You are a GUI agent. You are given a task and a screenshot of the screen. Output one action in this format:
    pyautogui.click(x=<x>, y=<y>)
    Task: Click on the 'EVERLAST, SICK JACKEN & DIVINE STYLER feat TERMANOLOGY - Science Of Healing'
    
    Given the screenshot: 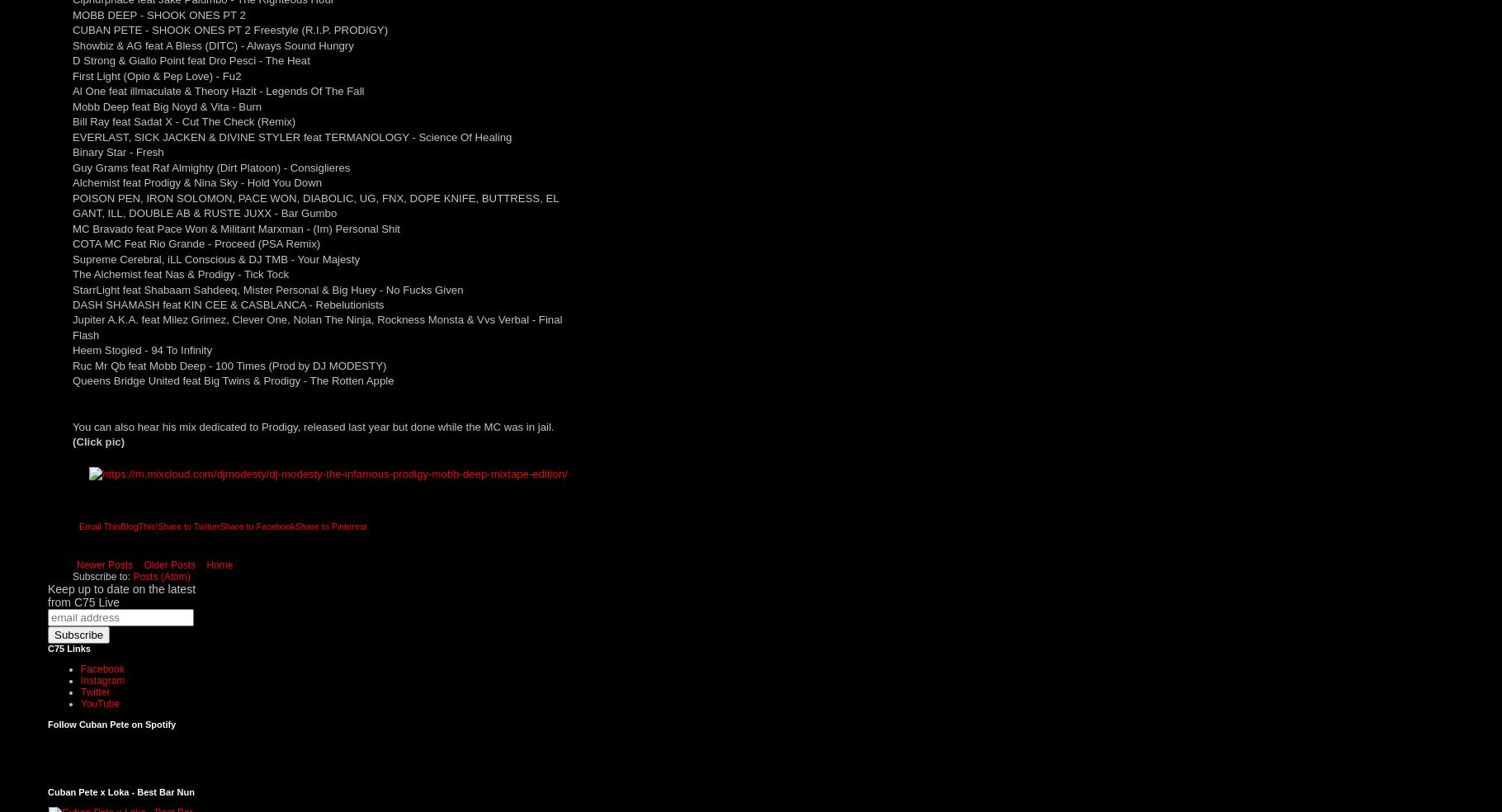 What is the action you would take?
    pyautogui.click(x=291, y=136)
    